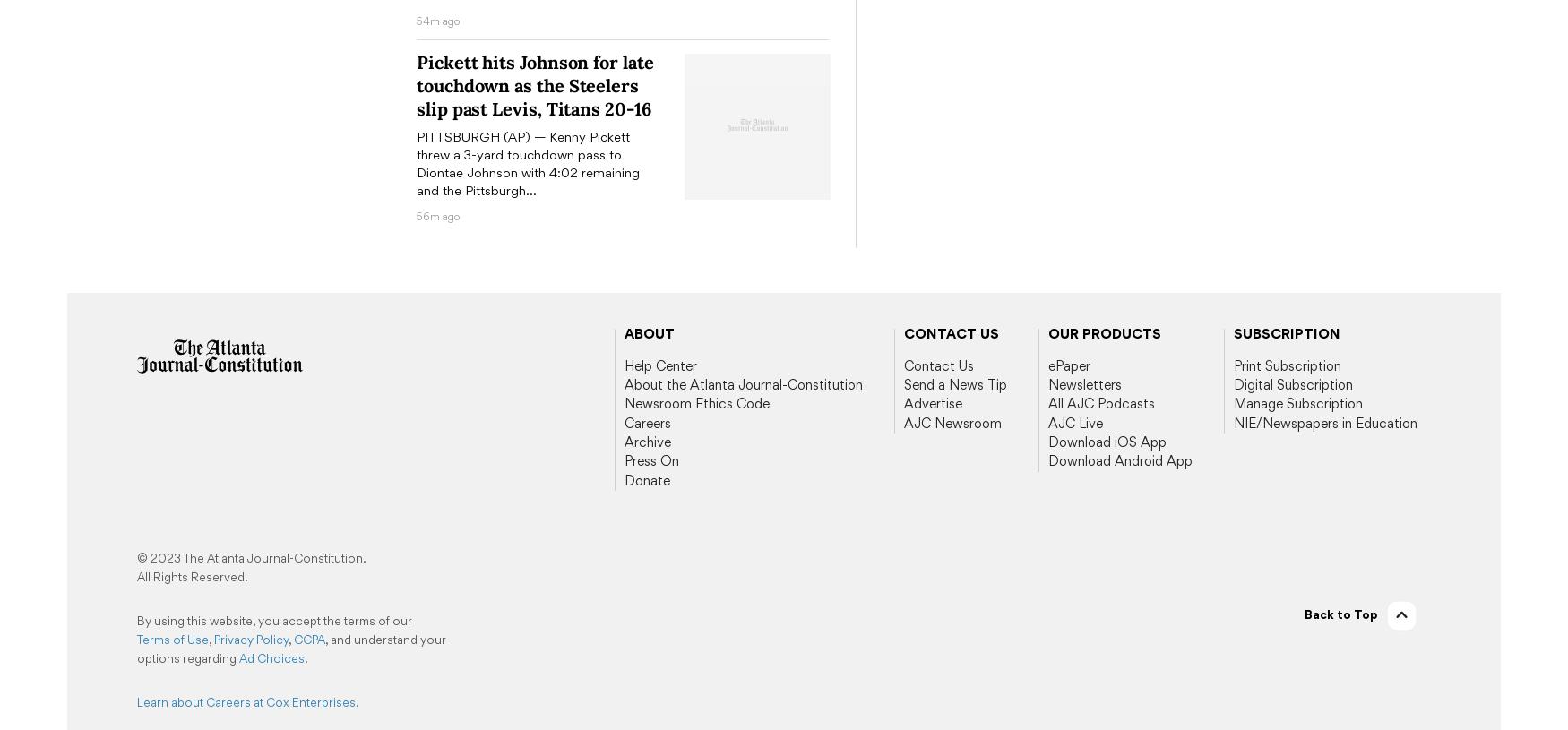  I want to click on '56m ago', so click(437, 215).